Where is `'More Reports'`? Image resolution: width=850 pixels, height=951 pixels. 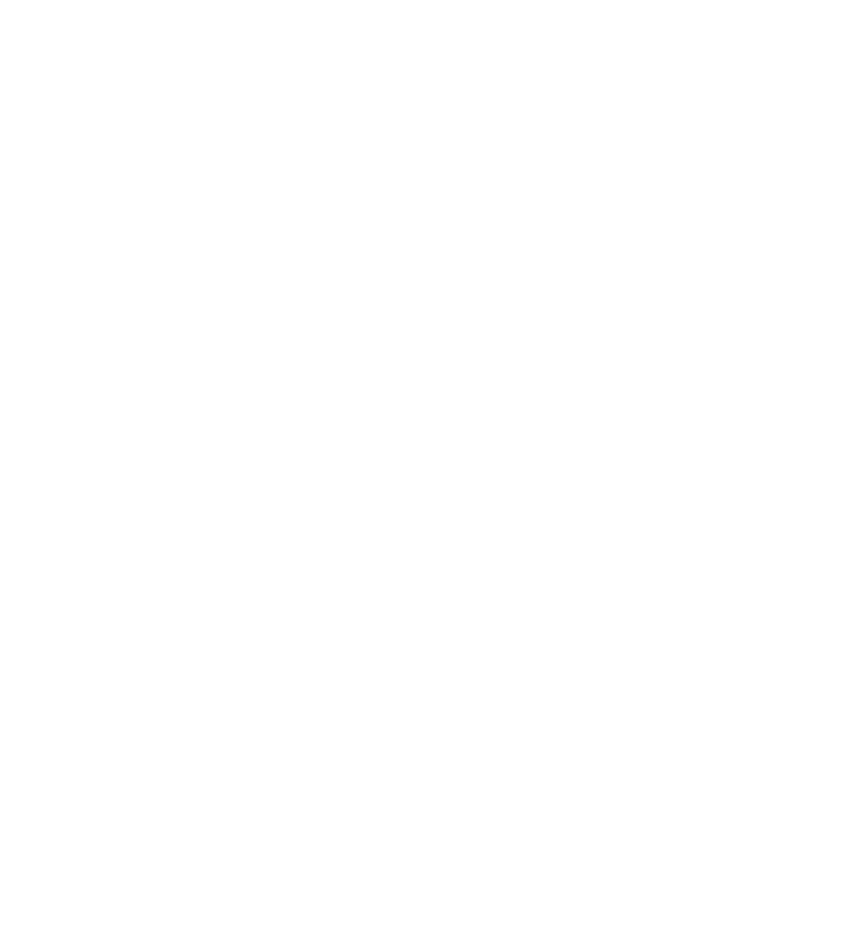 'More Reports' is located at coordinates (120, 211).